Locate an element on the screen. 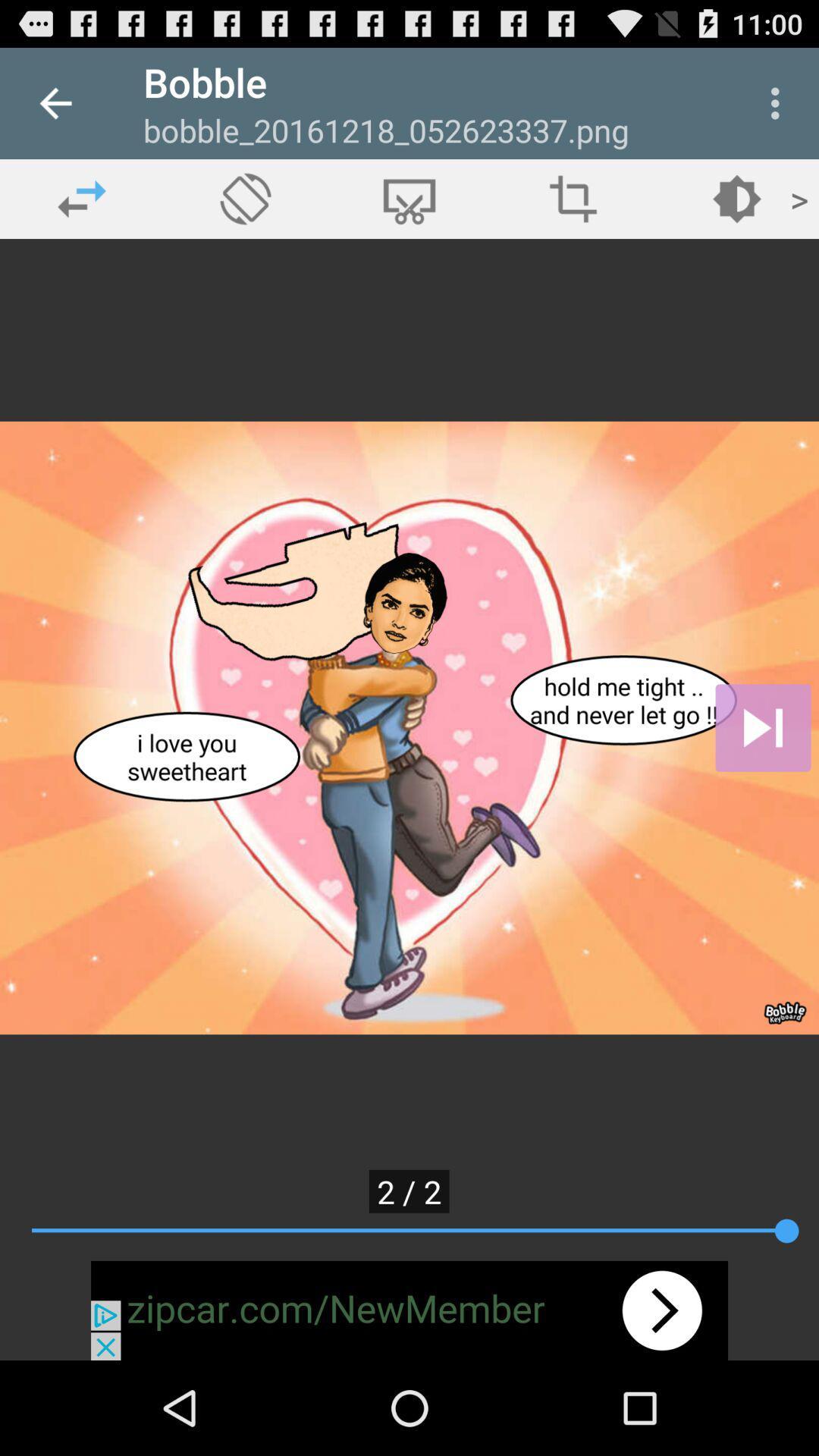 This screenshot has height=1456, width=819. the third icon which is at the top center of the page is located at coordinates (409, 198).